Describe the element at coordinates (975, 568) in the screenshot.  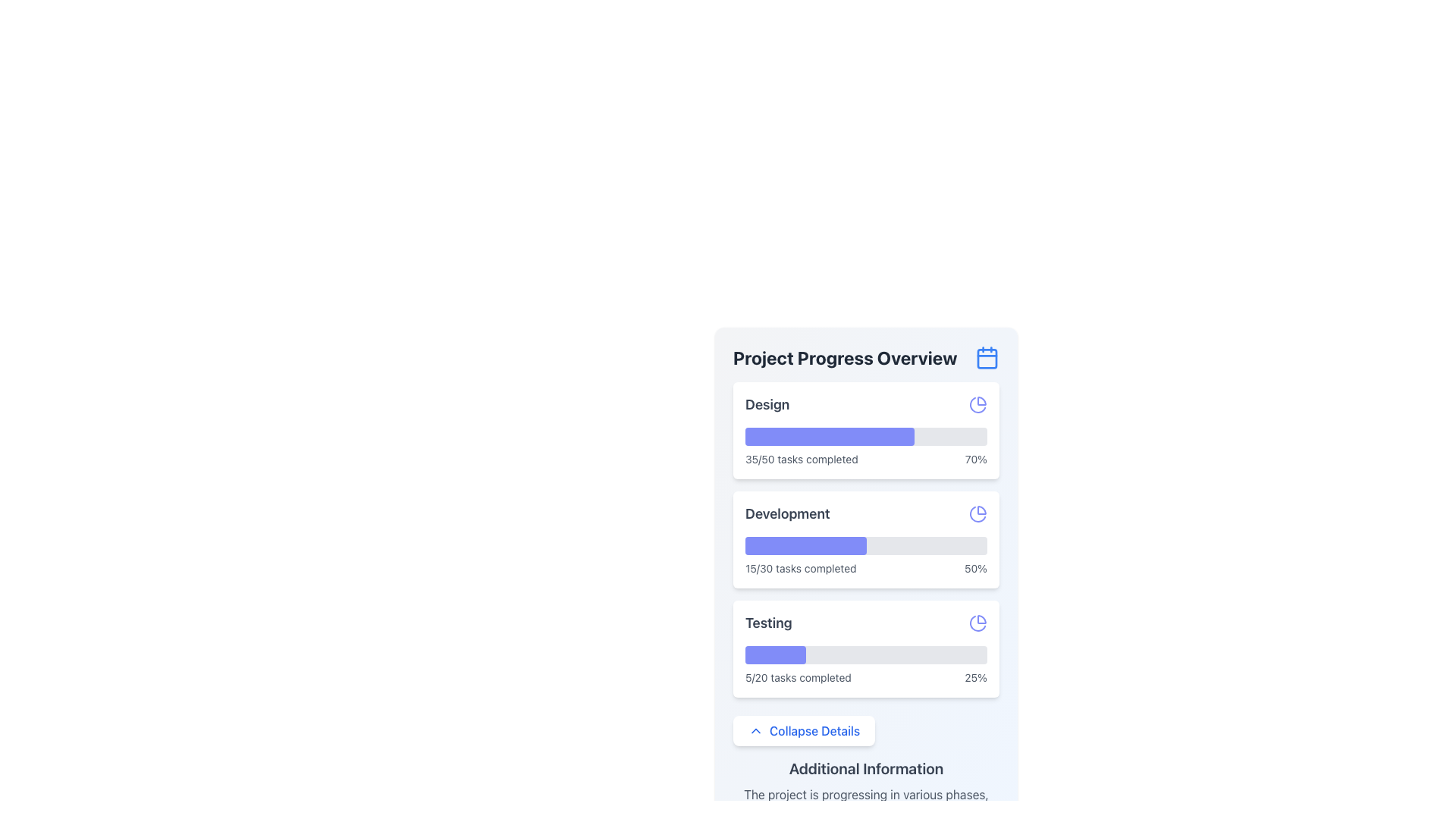
I see `the static text displaying '50%' which indicates progress in the 'Development' section of the 'Project Progress Overview' card` at that location.